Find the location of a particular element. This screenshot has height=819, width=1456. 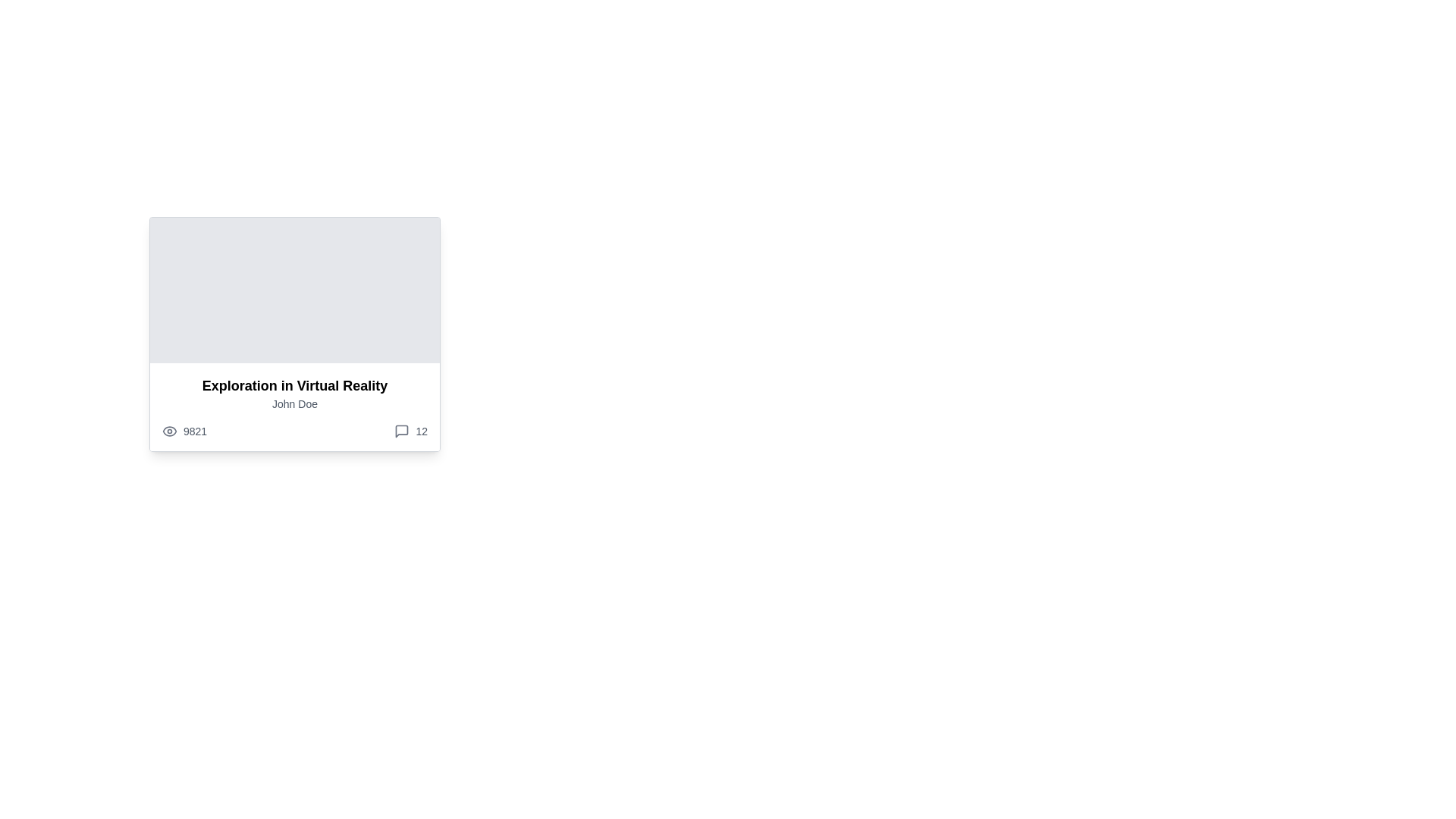

the message square icon styled in gray lines with a hollow center, located in the bottom right section of the card beneath the text 'Exploration in Virtual Reality - John Doe' is located at coordinates (402, 431).